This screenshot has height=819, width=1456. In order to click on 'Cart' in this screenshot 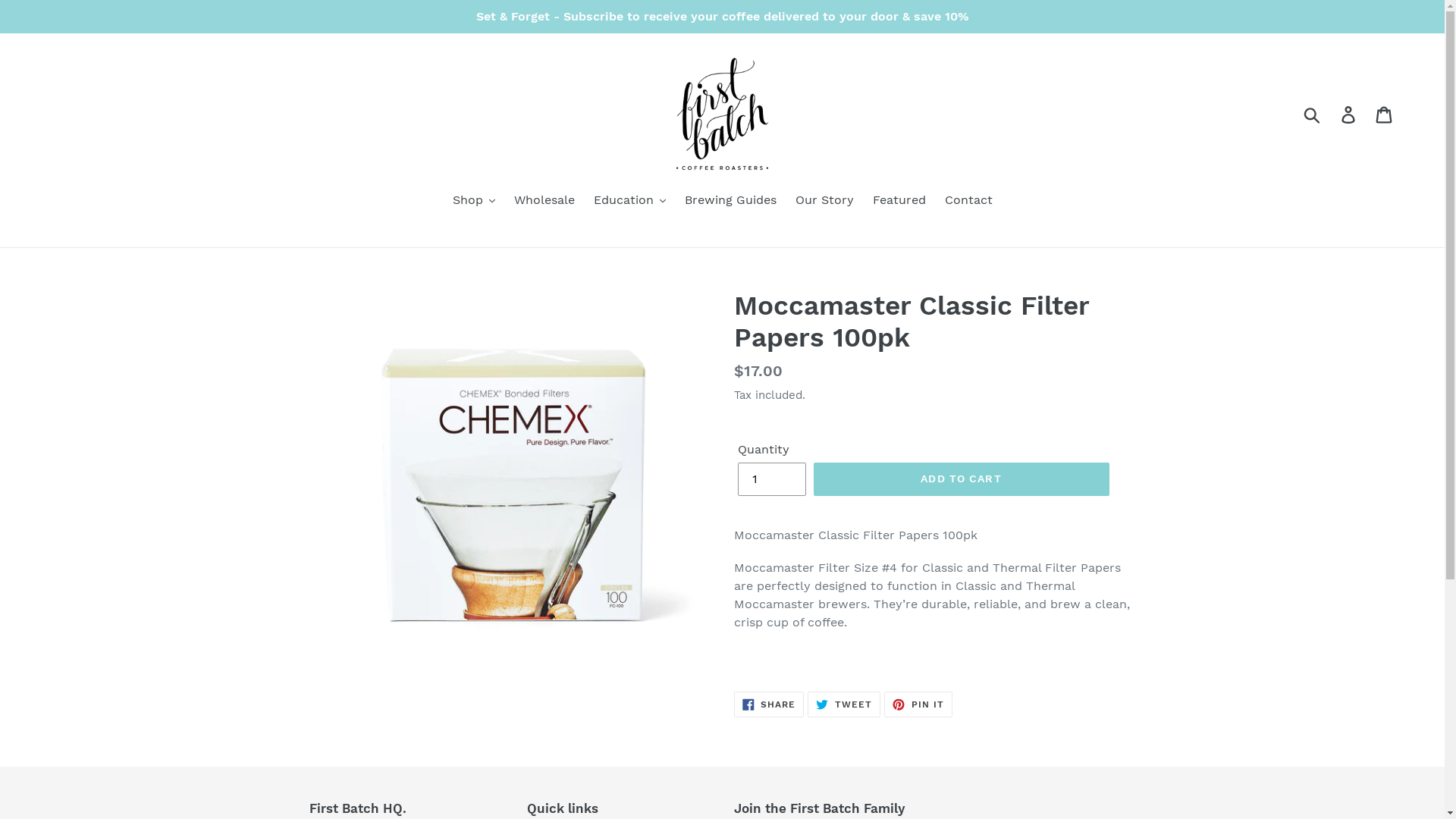, I will do `click(1385, 113)`.